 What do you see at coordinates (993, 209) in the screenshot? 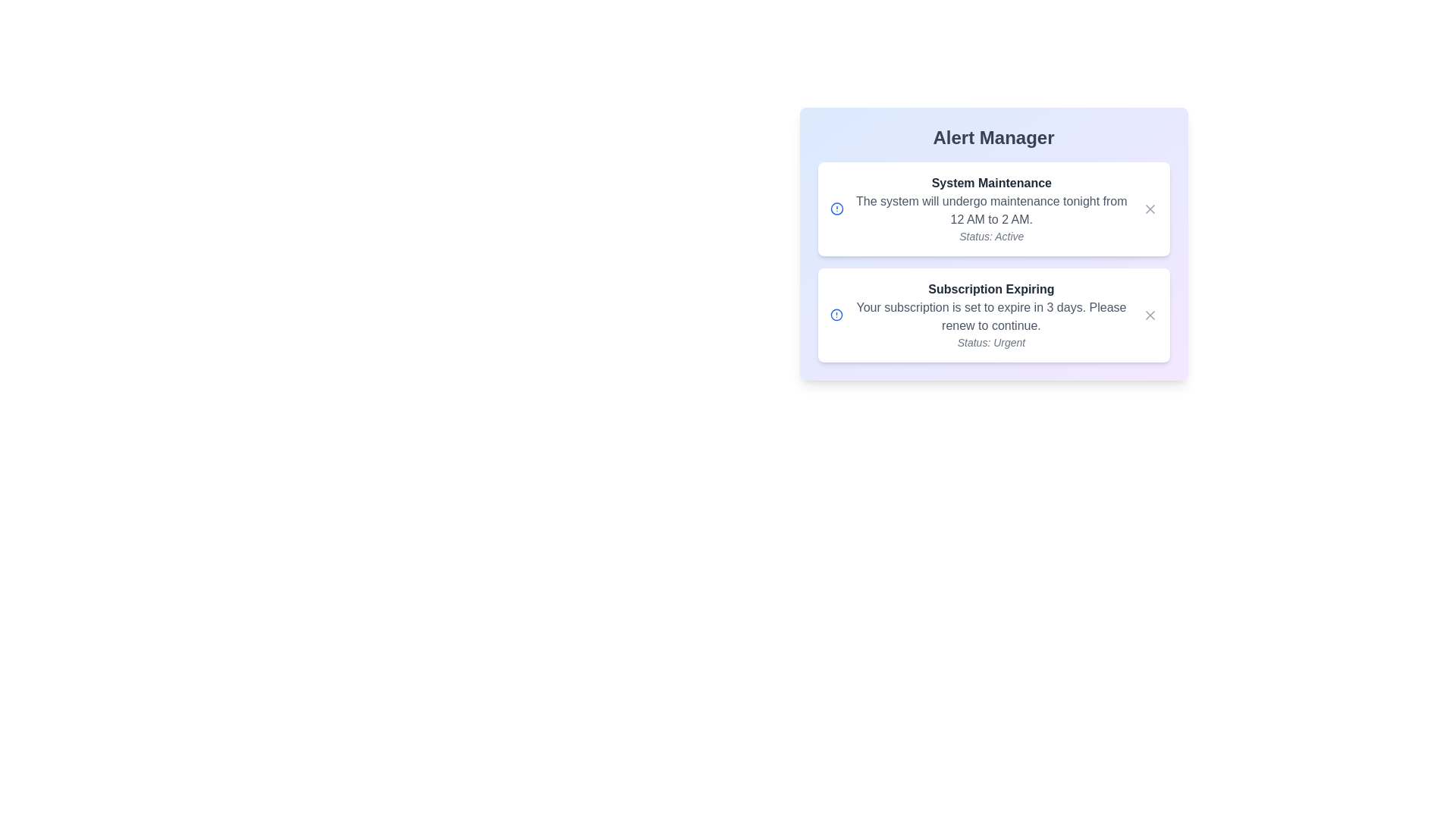
I see `the alert item to display its details` at bounding box center [993, 209].